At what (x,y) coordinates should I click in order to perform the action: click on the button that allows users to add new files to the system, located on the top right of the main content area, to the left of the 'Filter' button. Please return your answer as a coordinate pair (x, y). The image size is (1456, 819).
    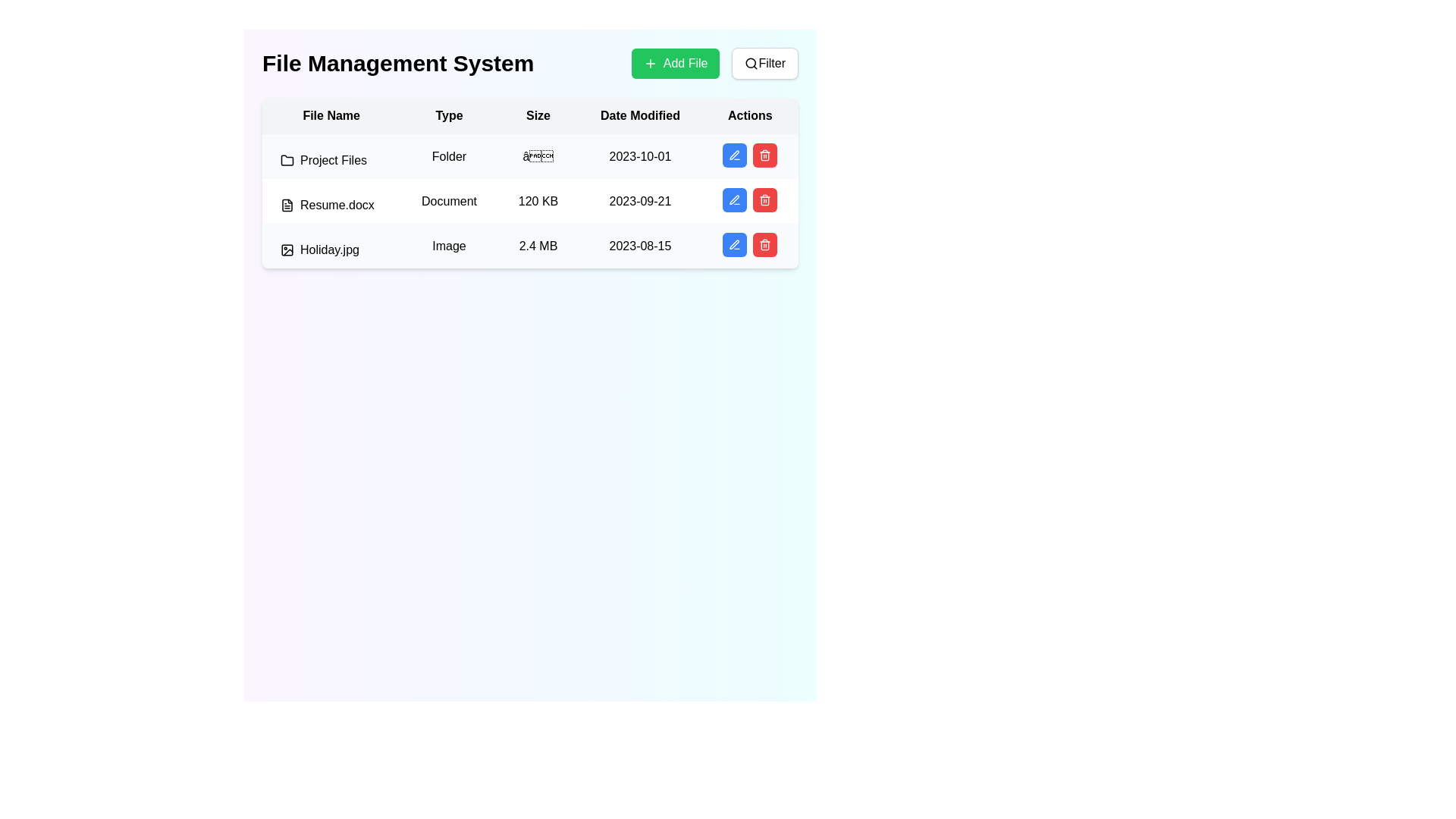
    Looking at the image, I should click on (675, 63).